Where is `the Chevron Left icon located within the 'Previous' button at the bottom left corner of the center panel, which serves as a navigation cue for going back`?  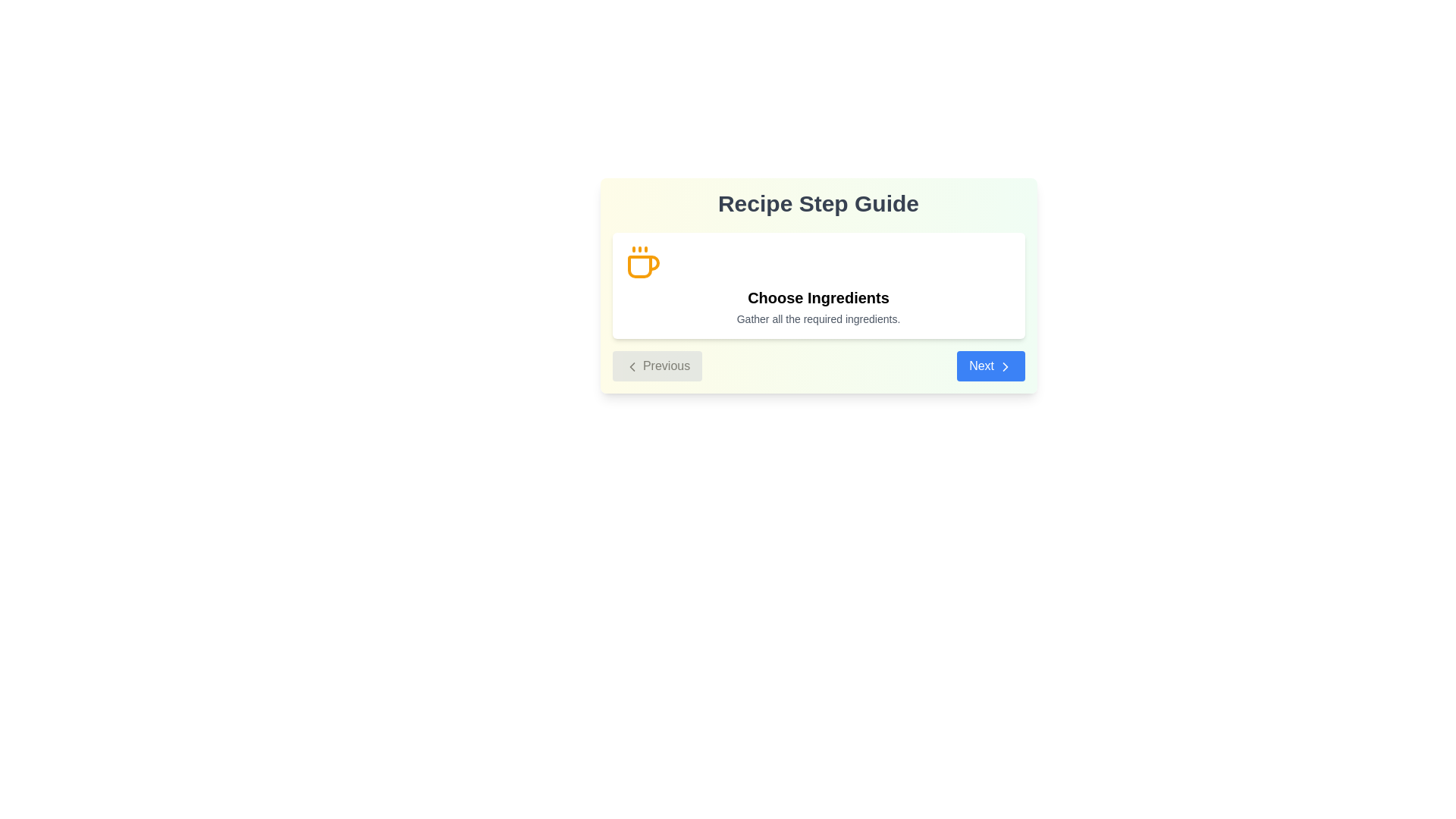 the Chevron Left icon located within the 'Previous' button at the bottom left corner of the center panel, which serves as a navigation cue for going back is located at coordinates (632, 366).